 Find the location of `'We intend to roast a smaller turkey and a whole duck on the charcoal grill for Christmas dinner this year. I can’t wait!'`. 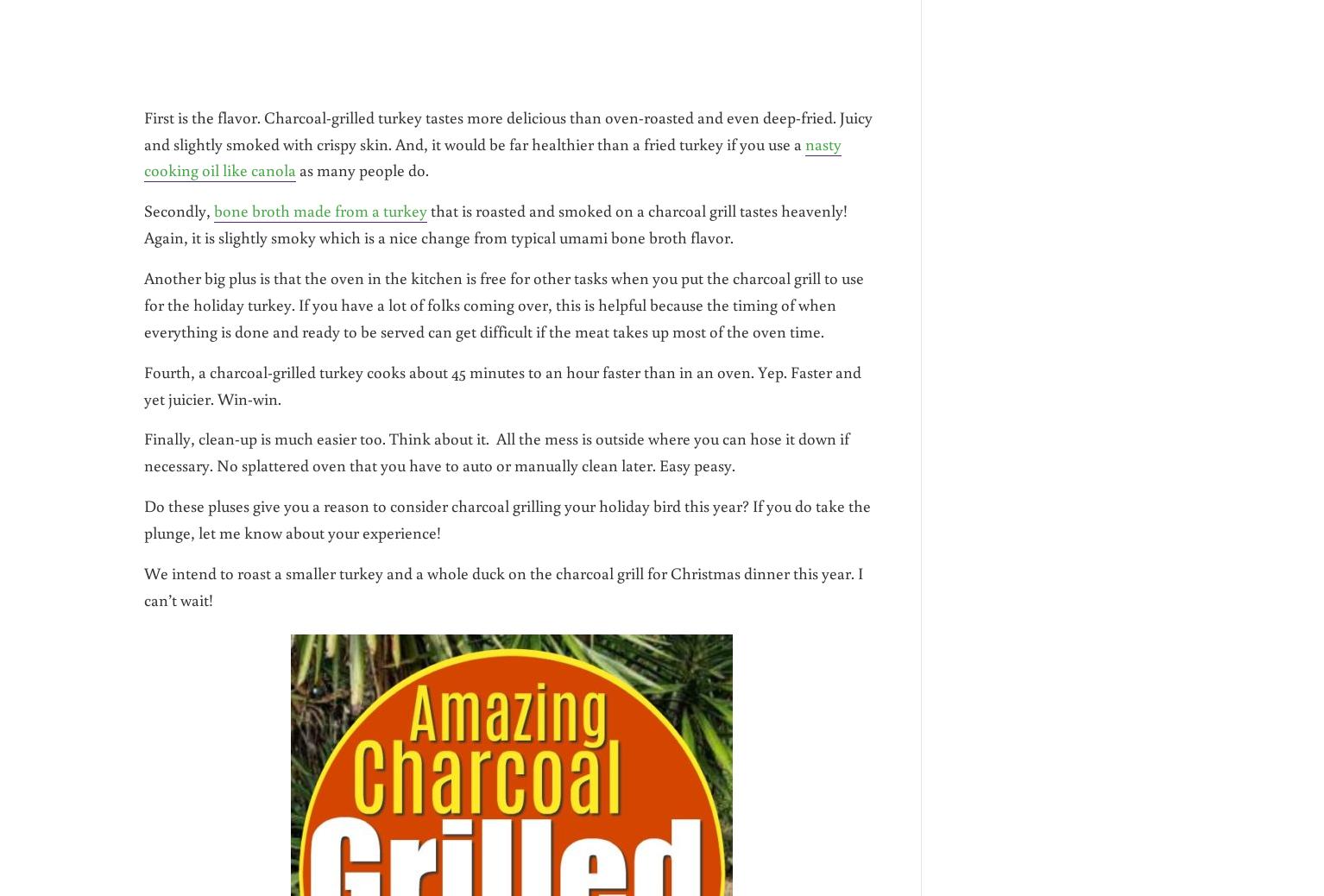

'We intend to roast a smaller turkey and a whole duck on the charcoal grill for Christmas dinner this year. I can’t wait!' is located at coordinates (503, 584).